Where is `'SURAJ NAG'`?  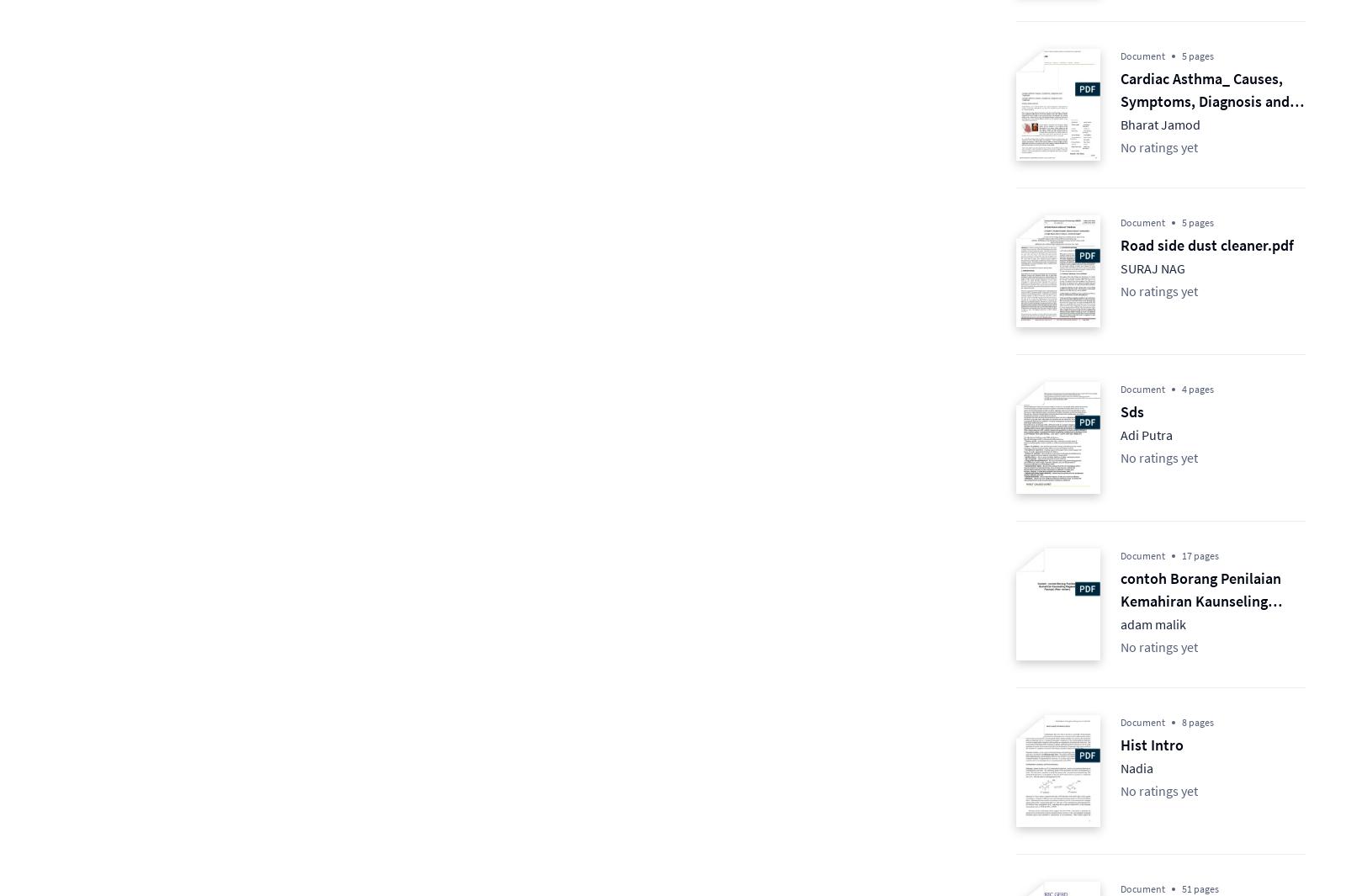 'SURAJ NAG' is located at coordinates (1152, 267).